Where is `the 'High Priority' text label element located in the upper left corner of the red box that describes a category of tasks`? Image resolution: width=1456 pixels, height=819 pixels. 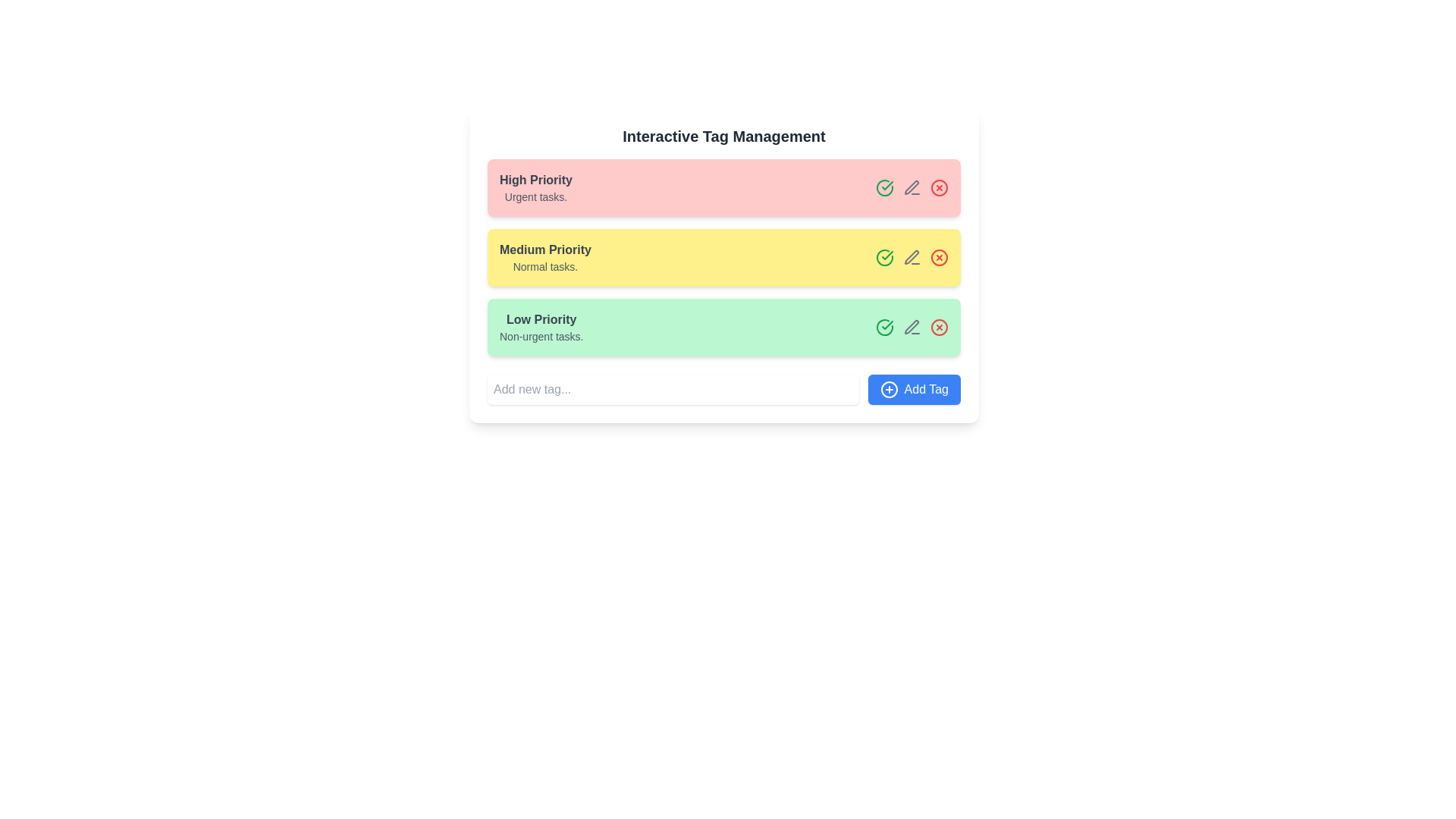
the 'High Priority' text label element located in the upper left corner of the red box that describes a category of tasks is located at coordinates (535, 187).